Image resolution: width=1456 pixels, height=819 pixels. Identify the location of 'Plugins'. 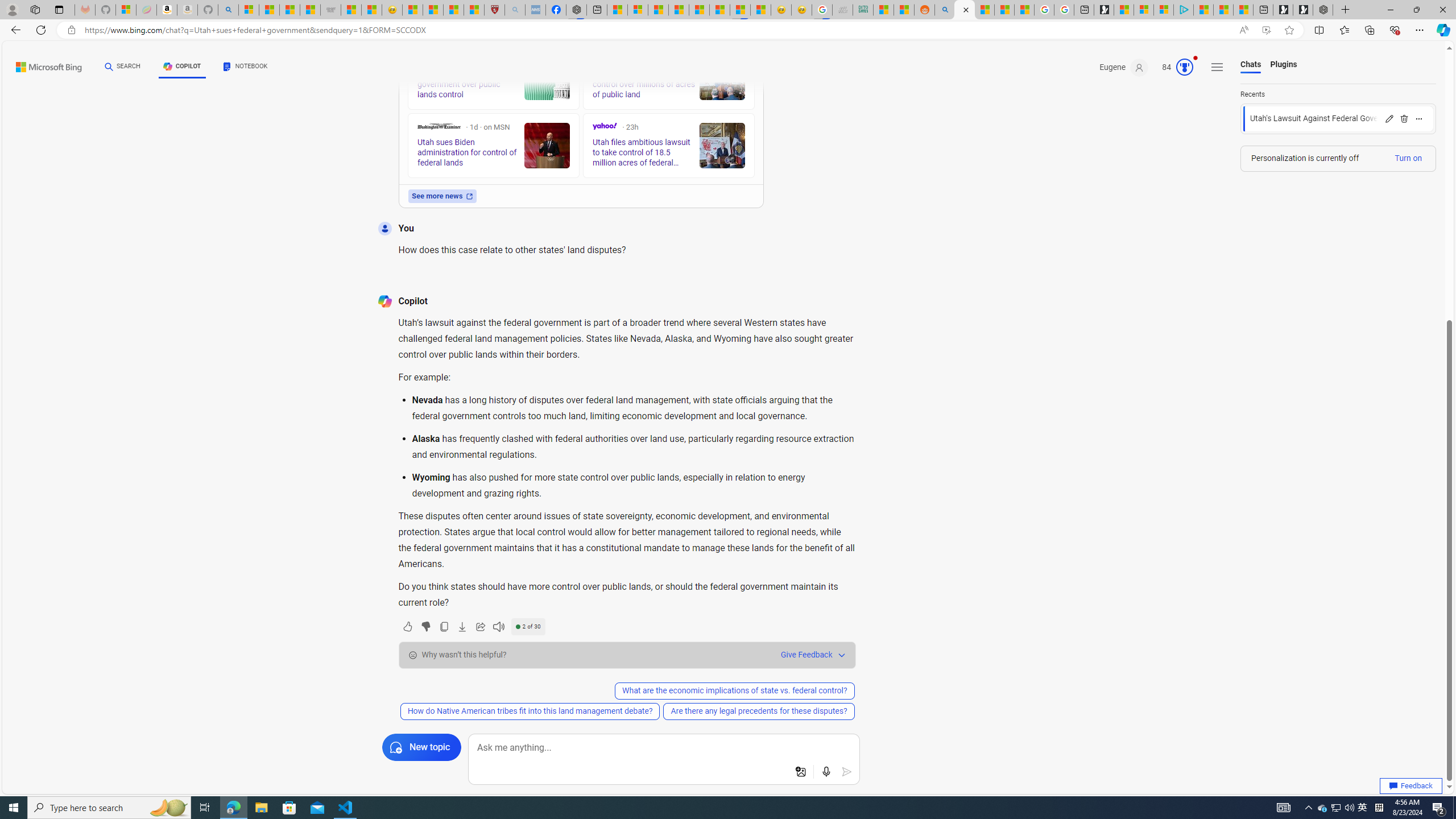
(1283, 65).